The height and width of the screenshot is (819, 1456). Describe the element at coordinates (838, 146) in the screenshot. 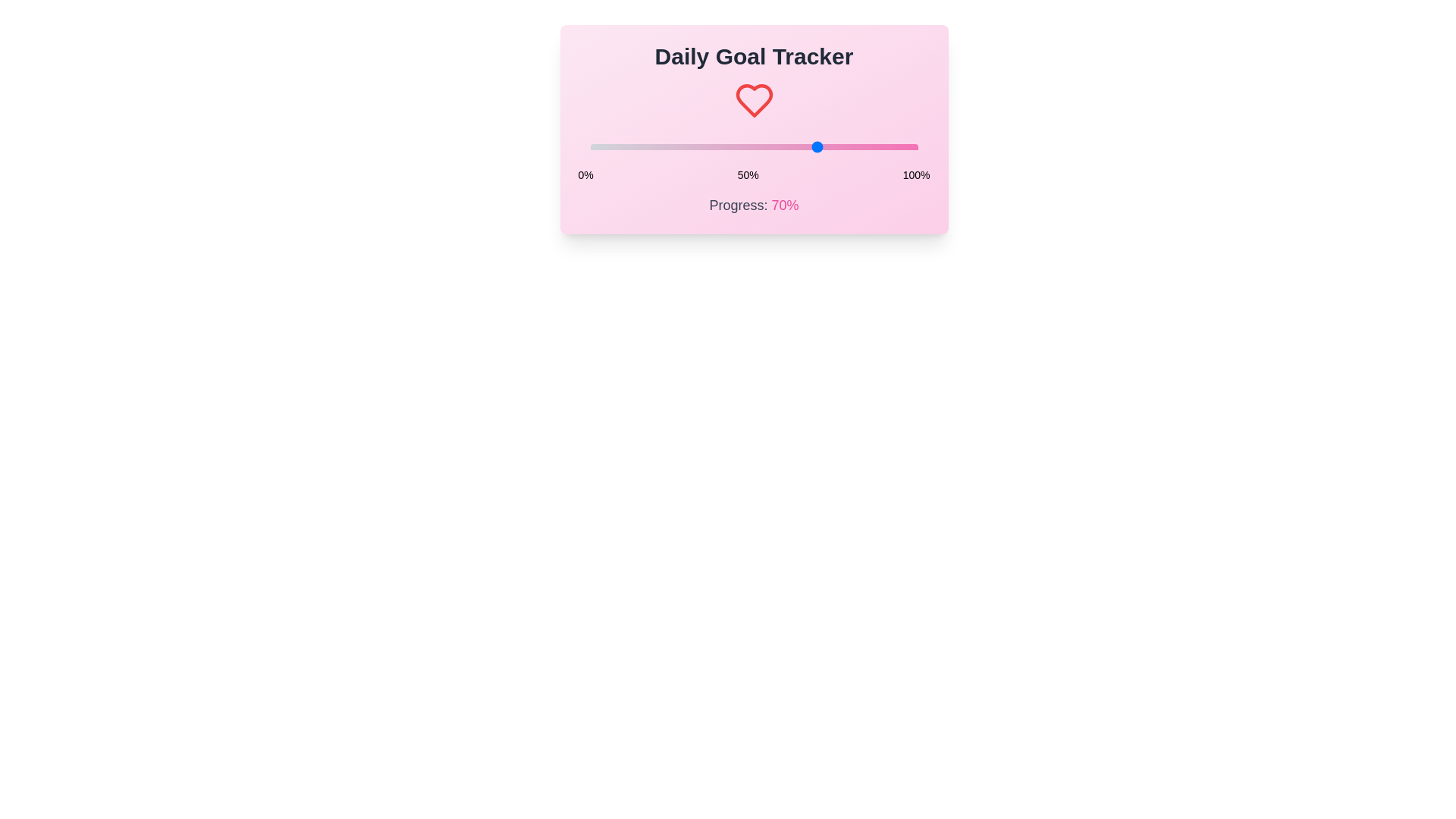

I see `the slider to set the progress to 76%` at that location.